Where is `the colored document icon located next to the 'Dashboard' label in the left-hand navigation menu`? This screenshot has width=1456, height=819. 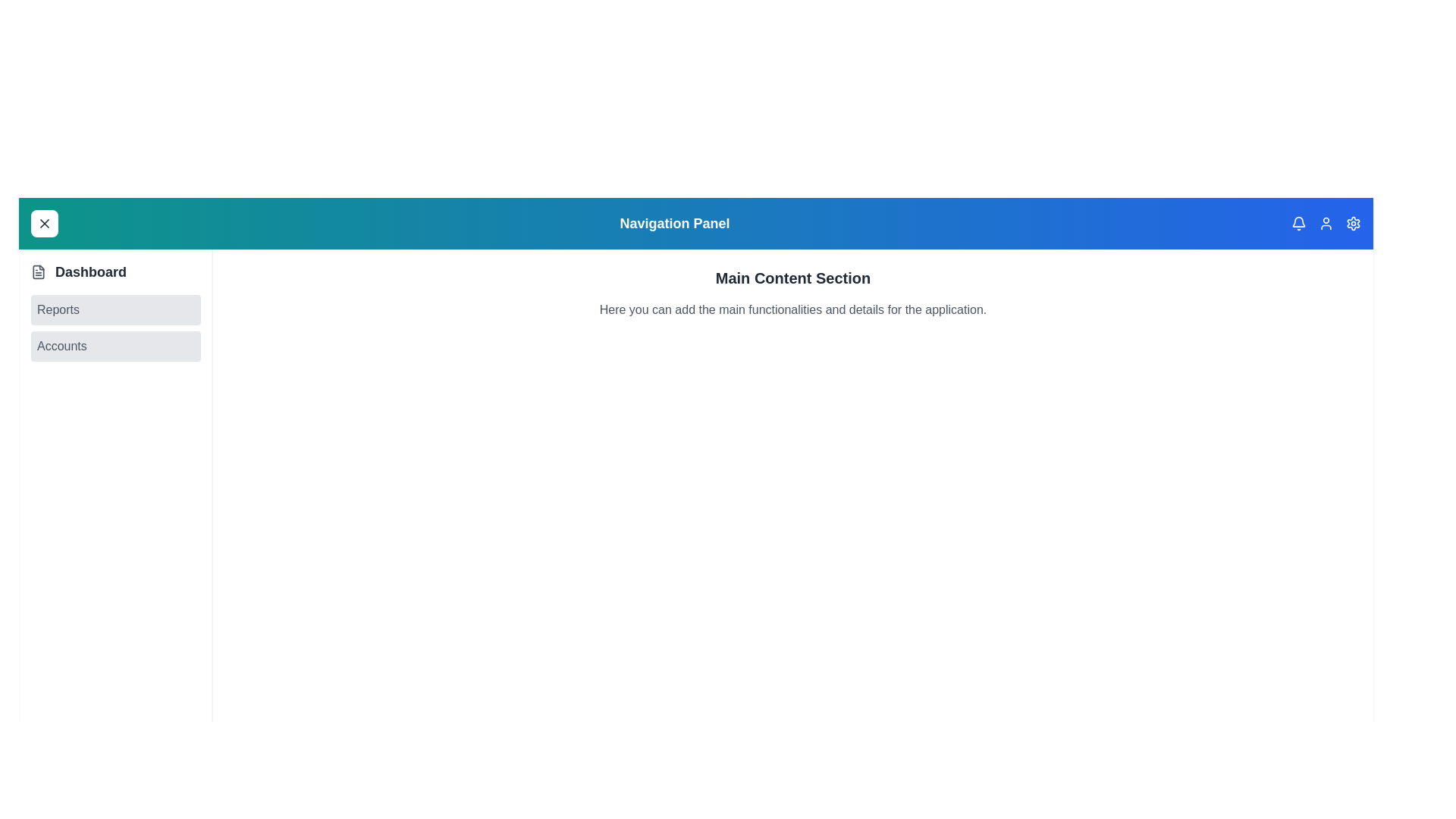 the colored document icon located next to the 'Dashboard' label in the left-hand navigation menu is located at coordinates (39, 271).